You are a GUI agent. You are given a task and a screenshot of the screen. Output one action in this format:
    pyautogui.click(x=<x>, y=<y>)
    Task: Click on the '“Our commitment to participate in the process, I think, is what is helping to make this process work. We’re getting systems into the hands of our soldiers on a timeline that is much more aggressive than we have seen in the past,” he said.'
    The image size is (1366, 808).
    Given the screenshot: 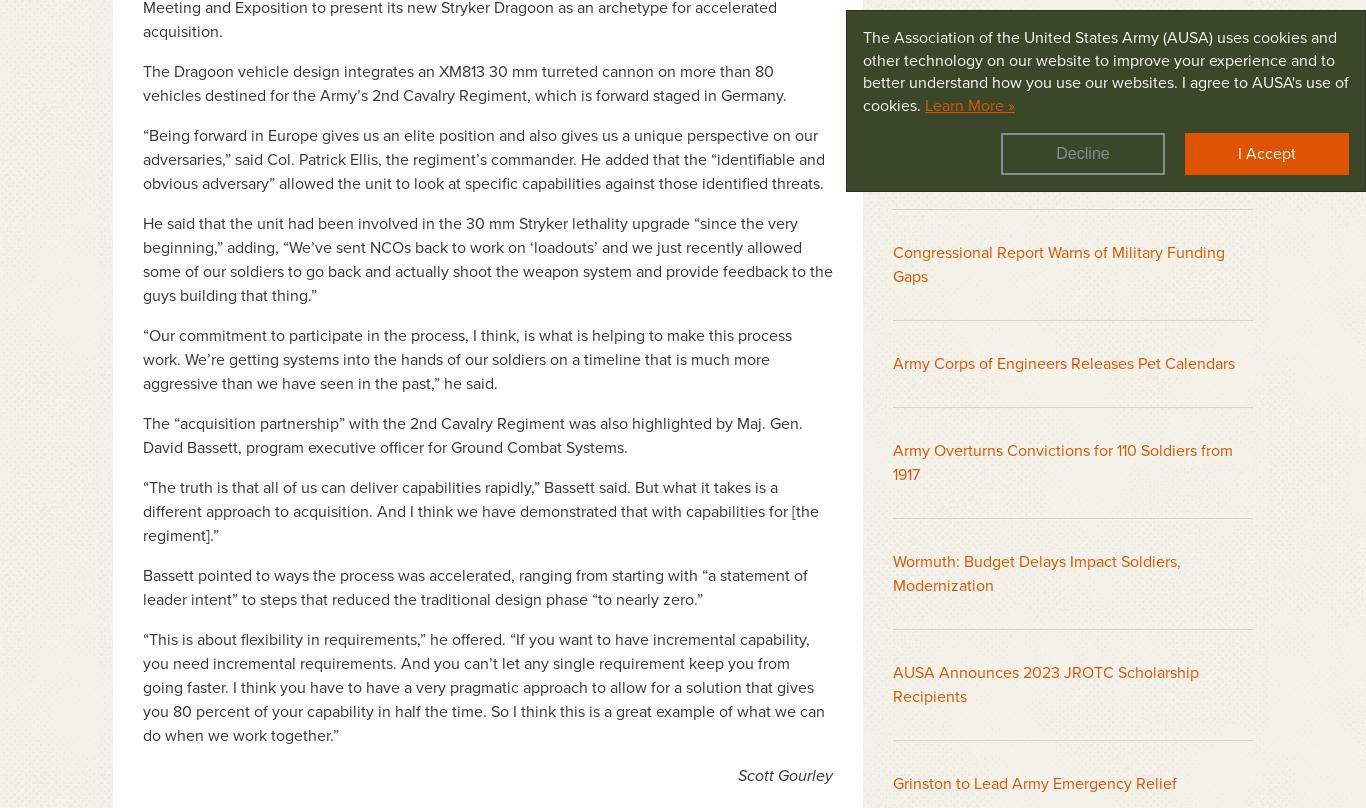 What is the action you would take?
    pyautogui.click(x=467, y=358)
    